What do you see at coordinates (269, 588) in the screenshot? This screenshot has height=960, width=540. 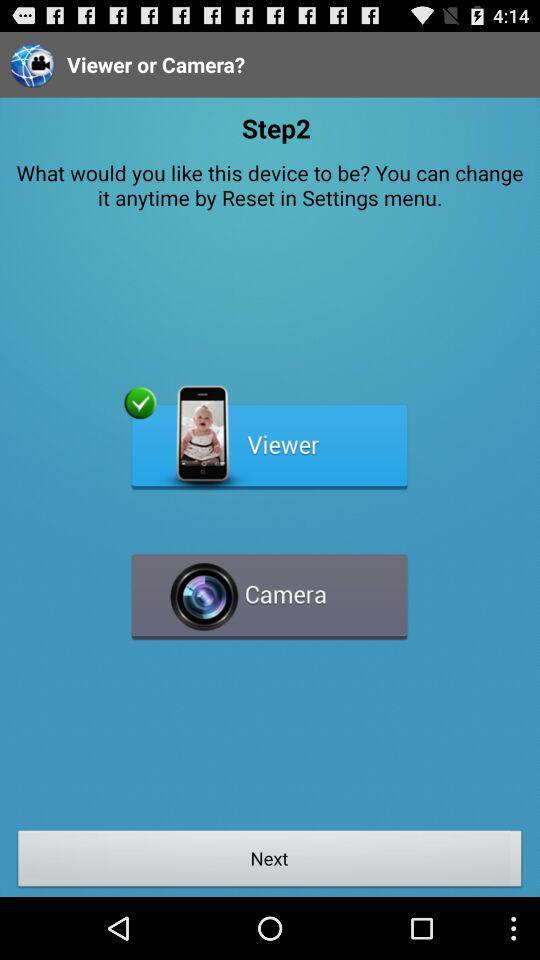 I see `icon above the next` at bounding box center [269, 588].